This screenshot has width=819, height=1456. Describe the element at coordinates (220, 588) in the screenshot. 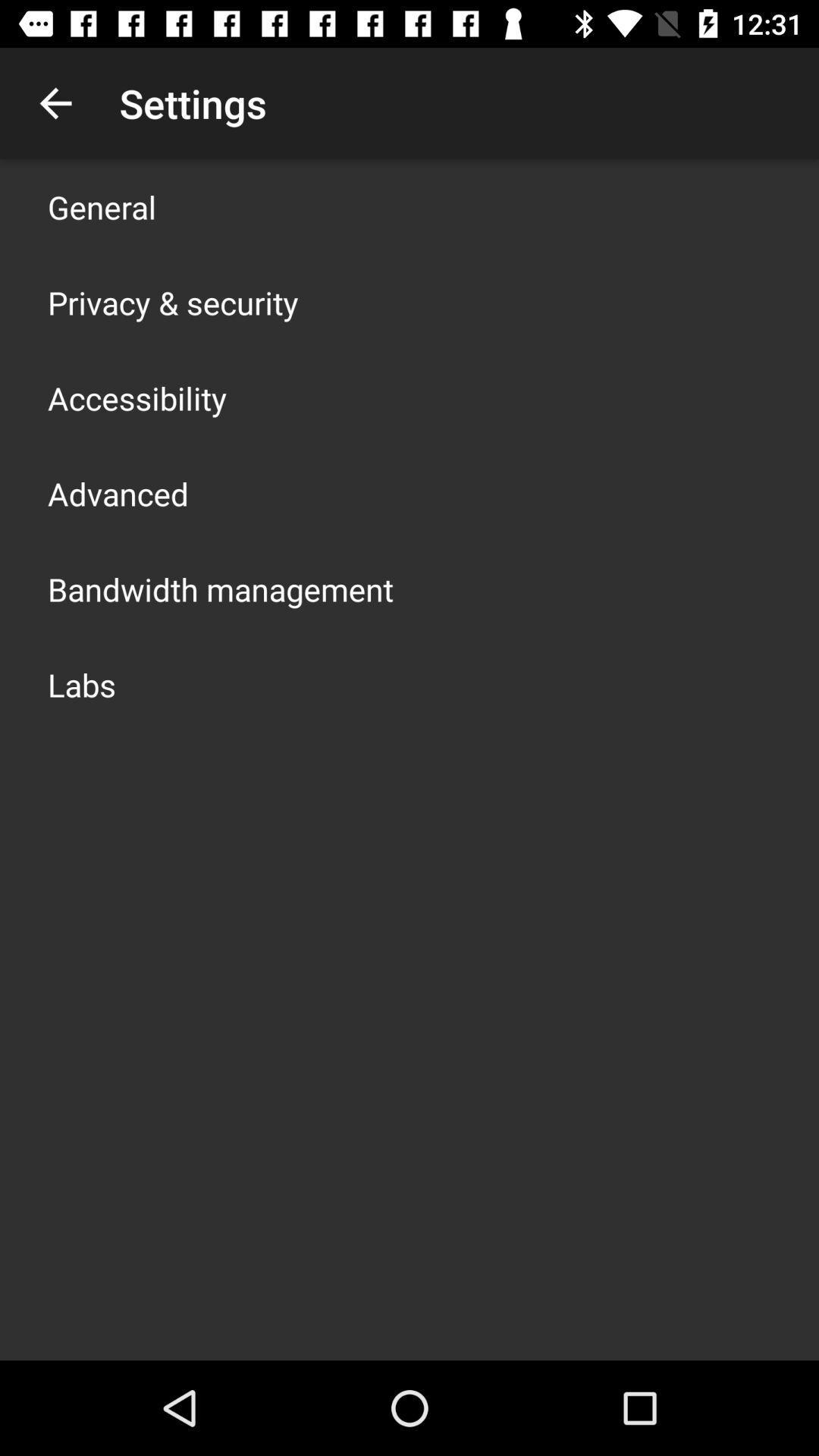

I see `the bandwidth management item` at that location.